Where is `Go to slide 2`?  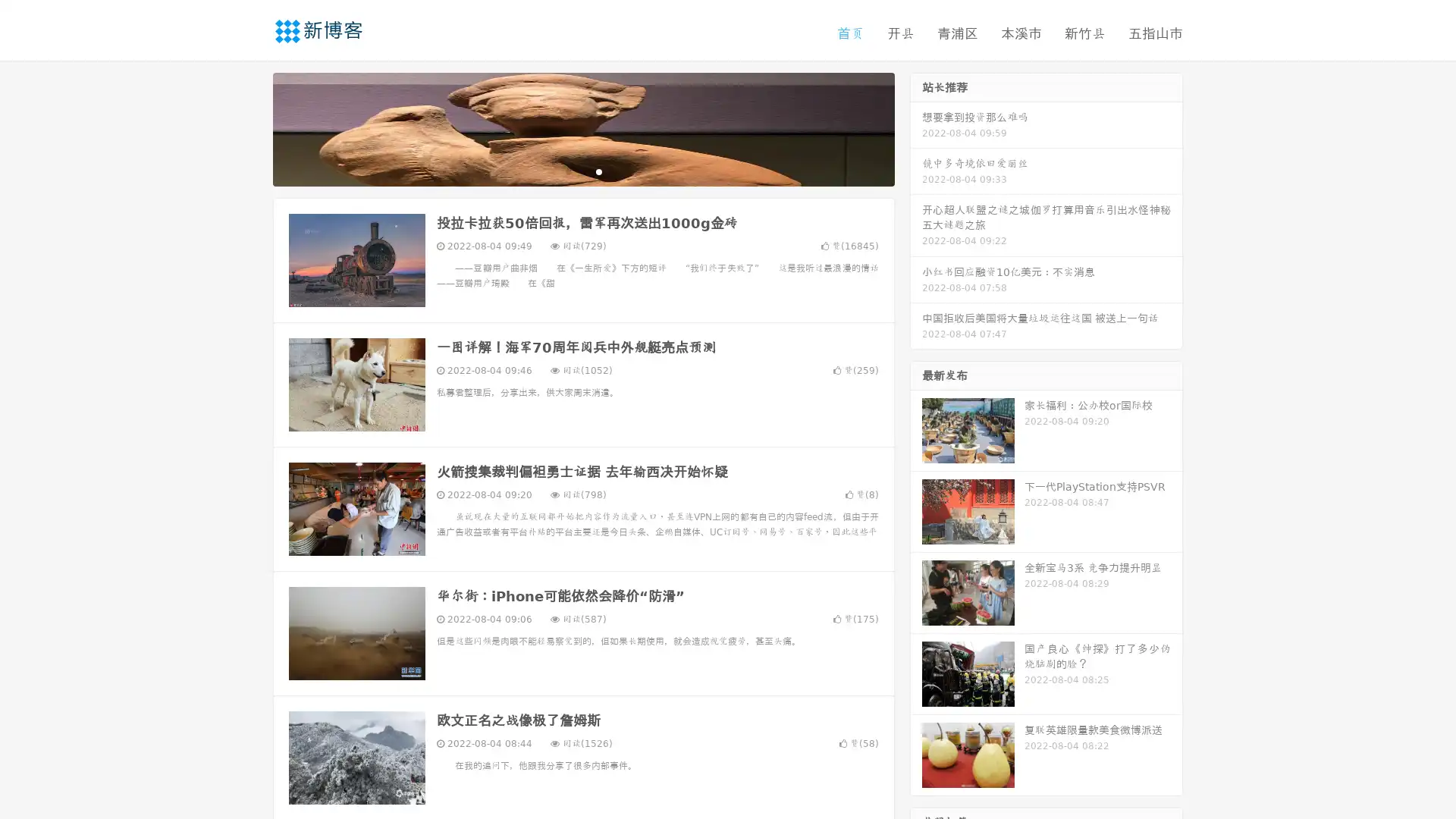
Go to slide 2 is located at coordinates (582, 171).